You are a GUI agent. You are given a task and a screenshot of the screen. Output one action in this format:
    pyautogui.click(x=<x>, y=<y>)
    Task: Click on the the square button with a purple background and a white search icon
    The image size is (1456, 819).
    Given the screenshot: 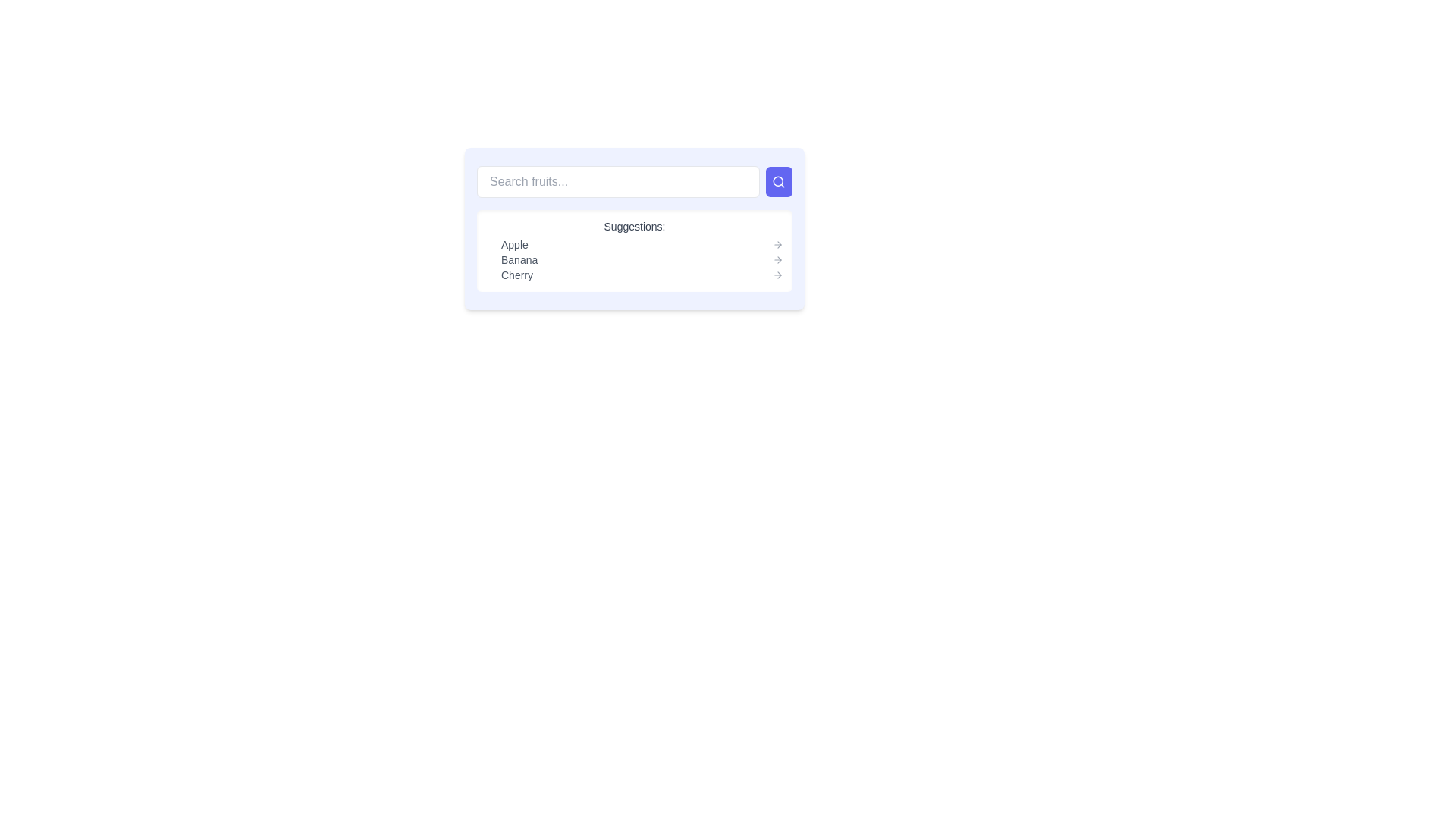 What is the action you would take?
    pyautogui.click(x=779, y=180)
    